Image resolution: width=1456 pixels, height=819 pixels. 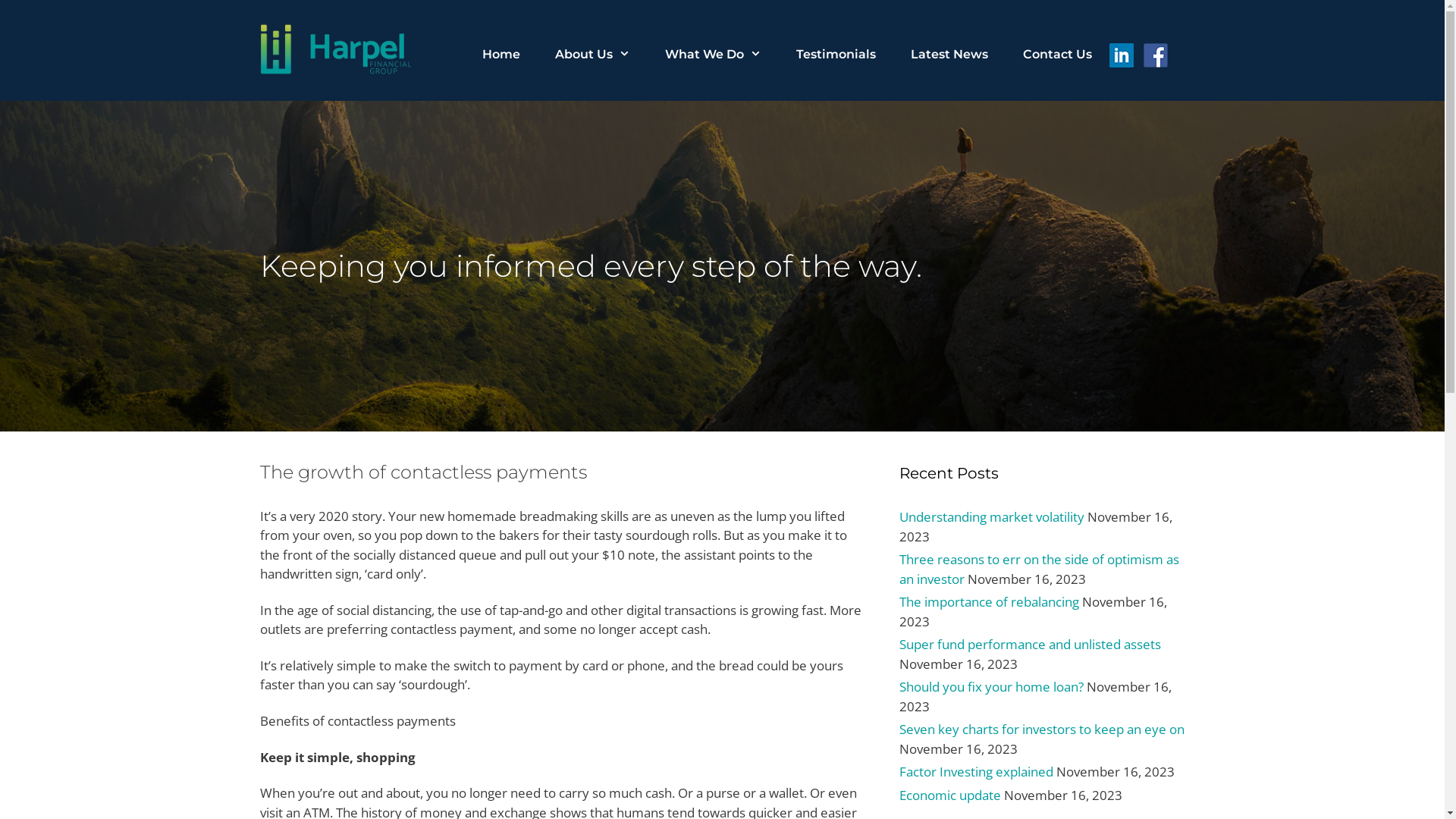 I want to click on 'Should you fix your home loan?', so click(x=991, y=686).